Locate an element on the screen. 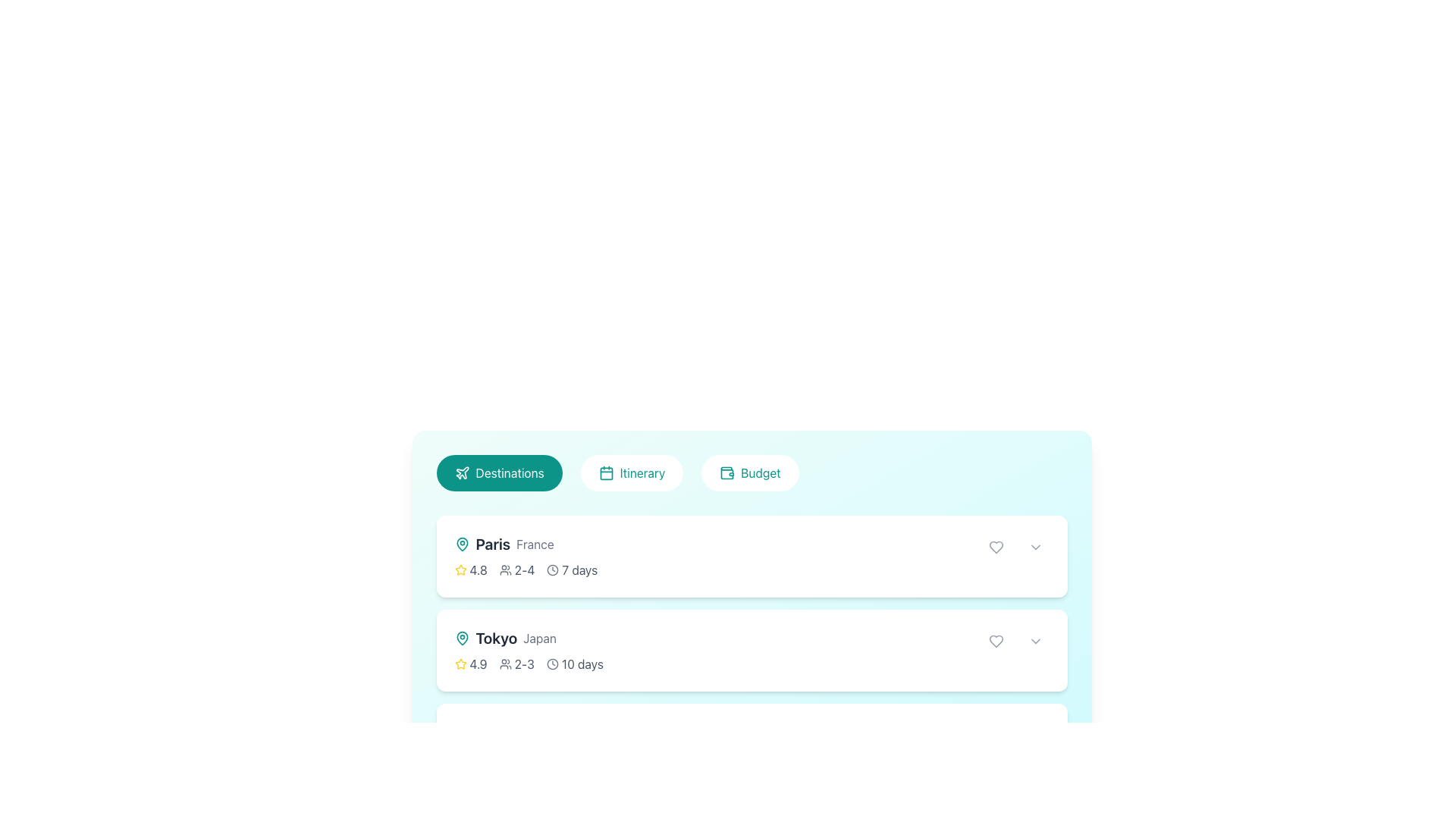 This screenshot has height=819, width=1456. the text label displaying '2-4' styled in gray, which is part of the attendance information line below the title 'Paris' is located at coordinates (524, 570).